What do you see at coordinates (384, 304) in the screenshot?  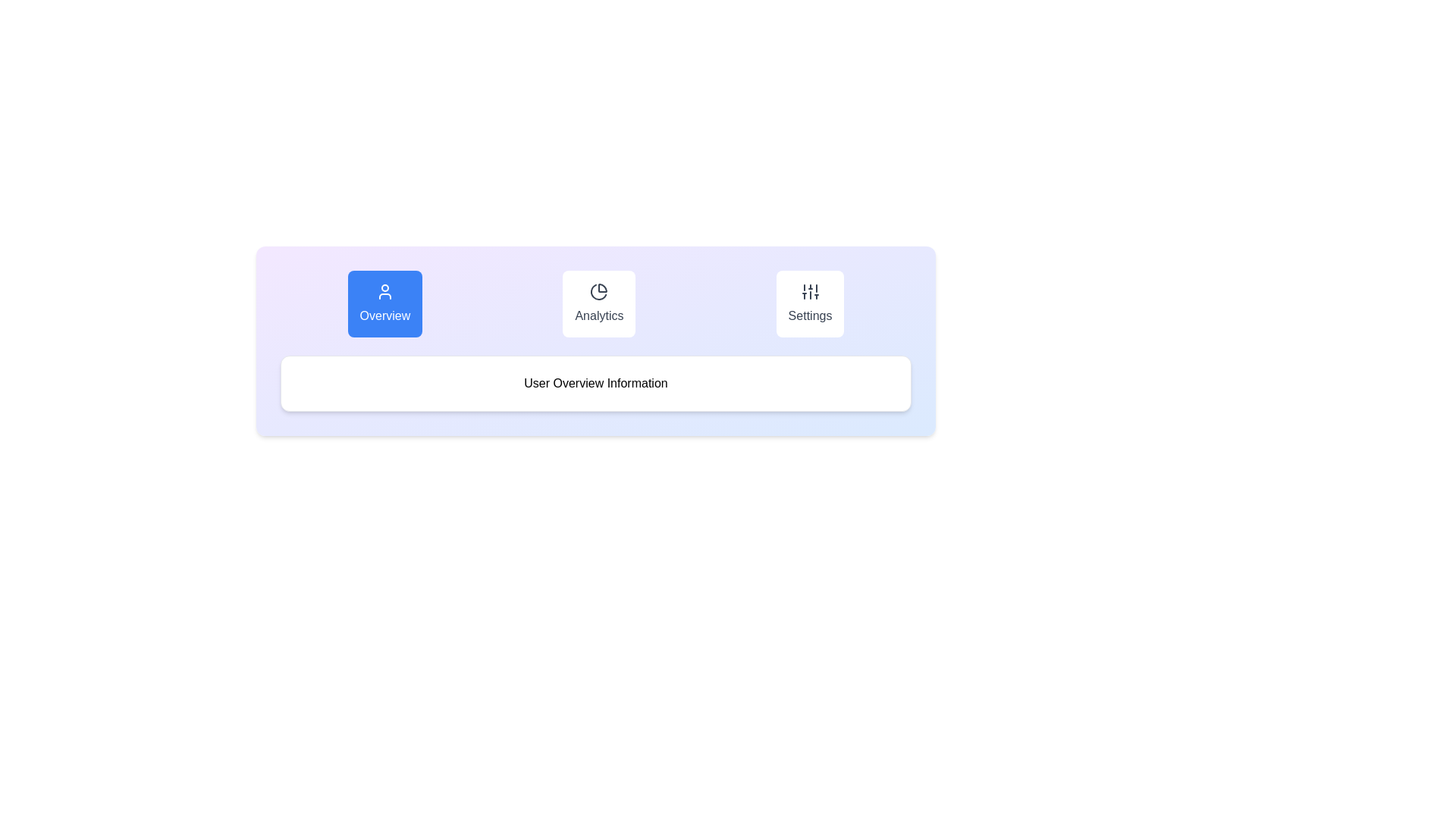 I see `the Overview tab by clicking on its corresponding button` at bounding box center [384, 304].